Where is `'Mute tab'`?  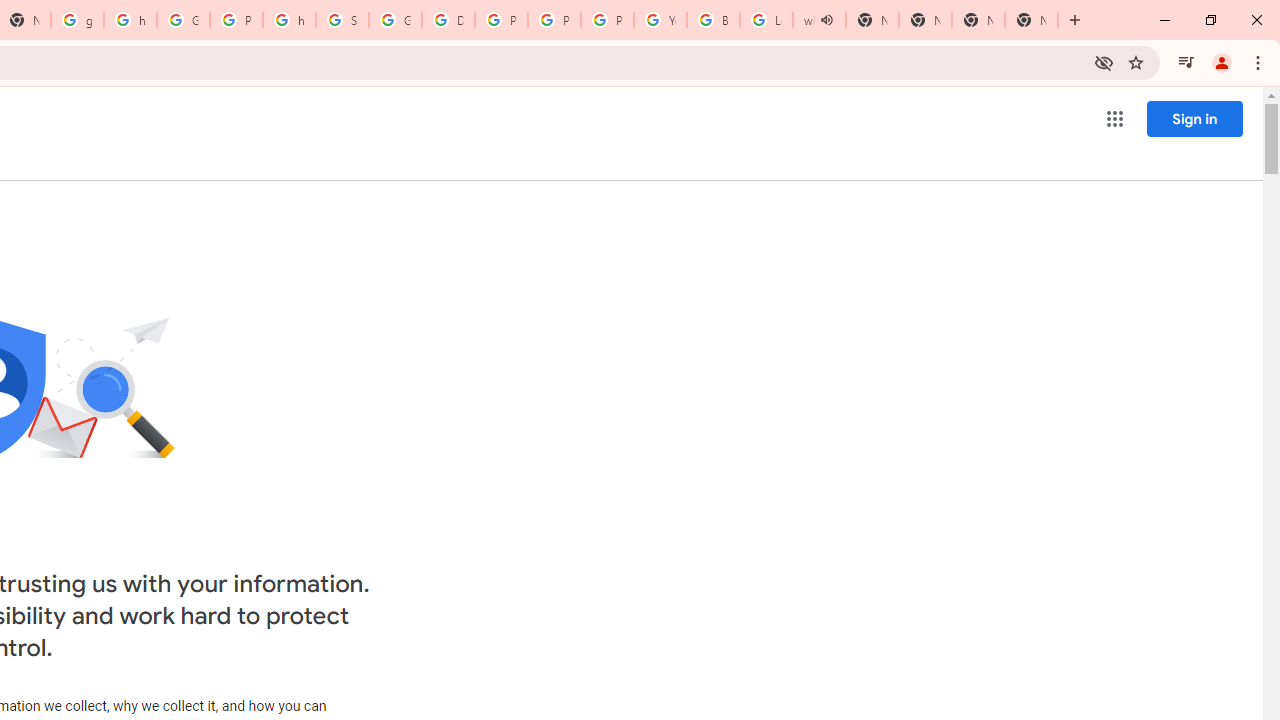 'Mute tab' is located at coordinates (826, 20).